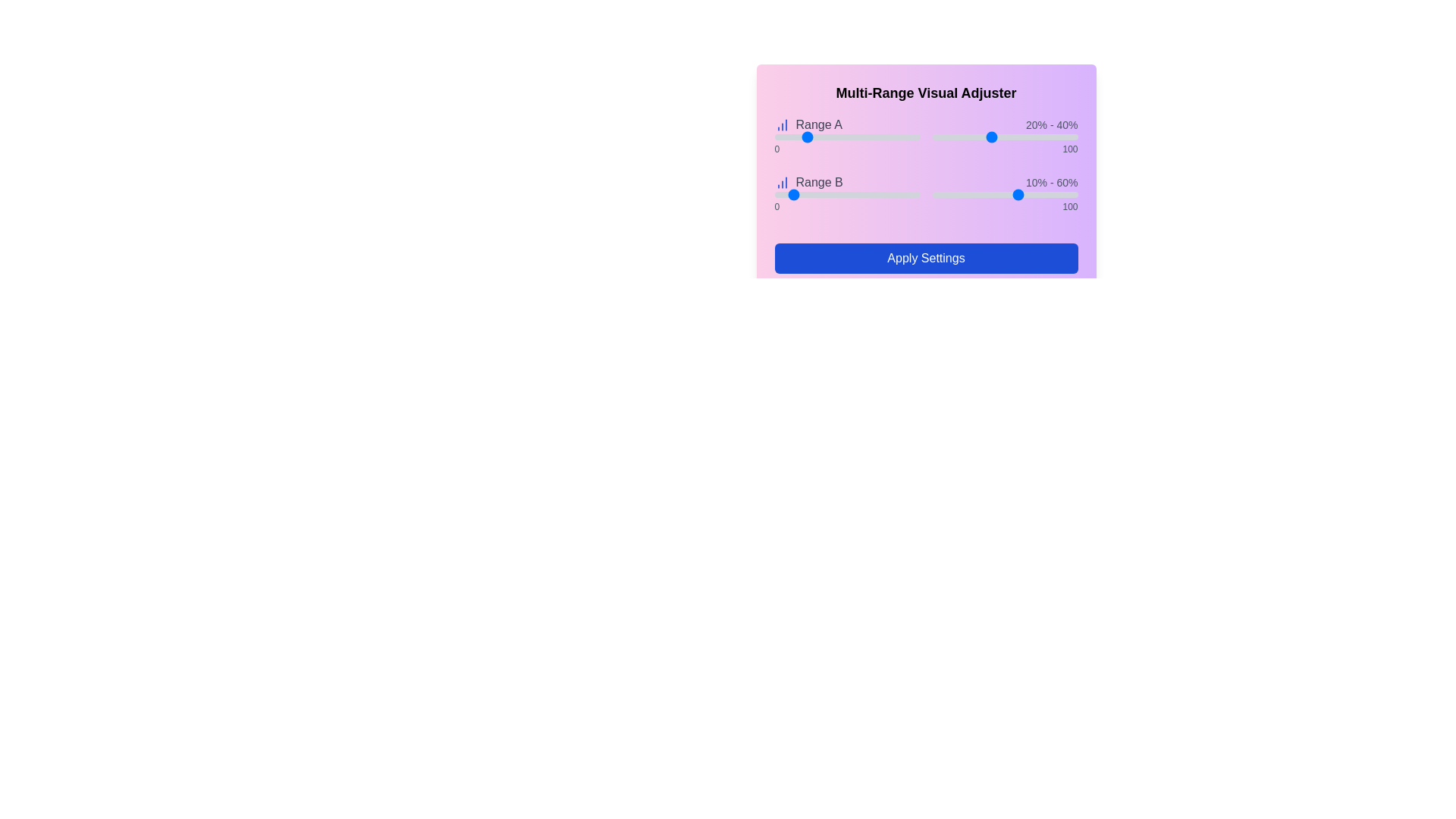 The width and height of the screenshot is (1456, 819). Describe the element at coordinates (789, 137) in the screenshot. I see `the slider` at that location.